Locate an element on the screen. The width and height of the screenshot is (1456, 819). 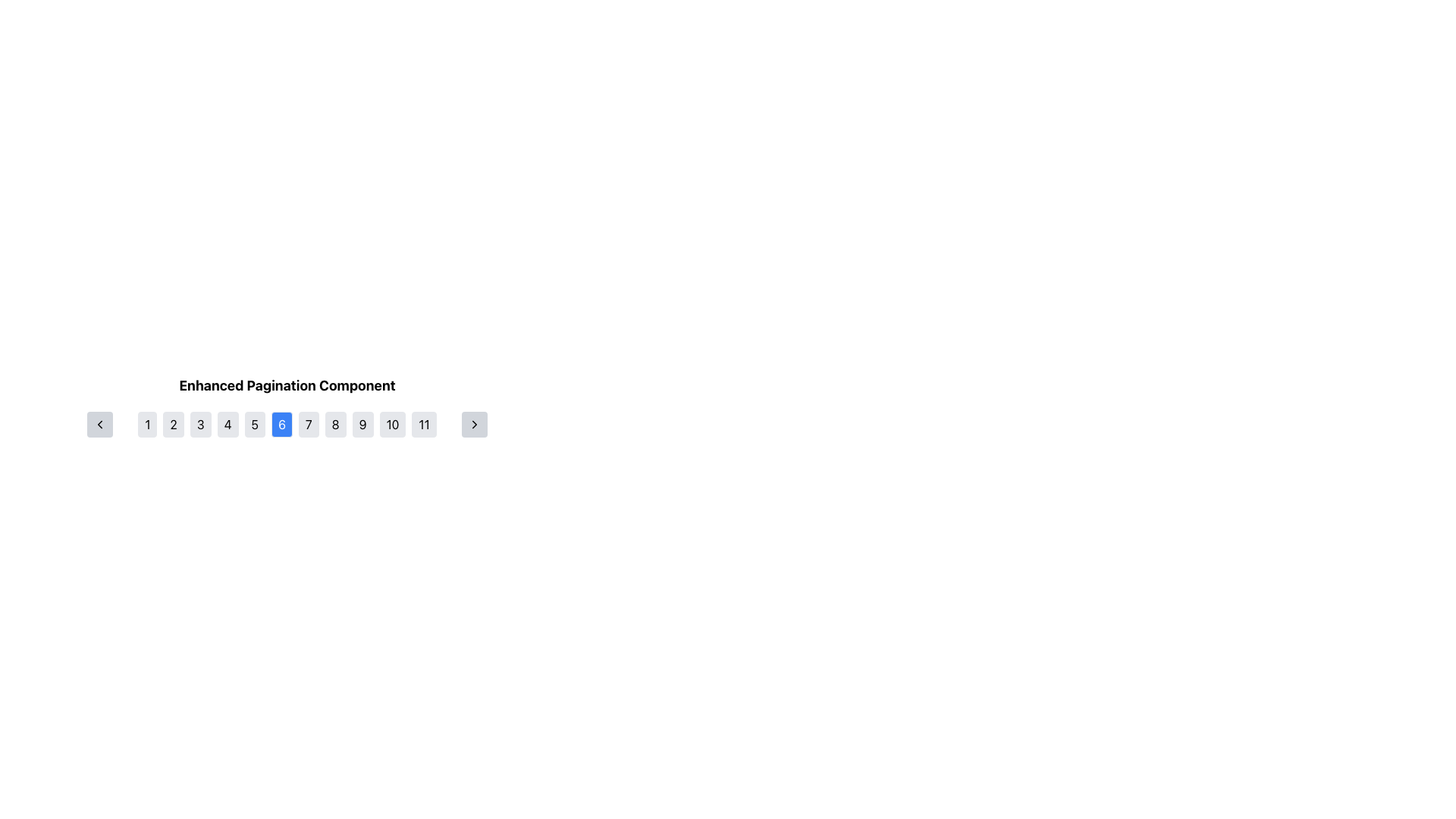
the chevron icon located in the first pagination button to trigger hover effects is located at coordinates (99, 424).